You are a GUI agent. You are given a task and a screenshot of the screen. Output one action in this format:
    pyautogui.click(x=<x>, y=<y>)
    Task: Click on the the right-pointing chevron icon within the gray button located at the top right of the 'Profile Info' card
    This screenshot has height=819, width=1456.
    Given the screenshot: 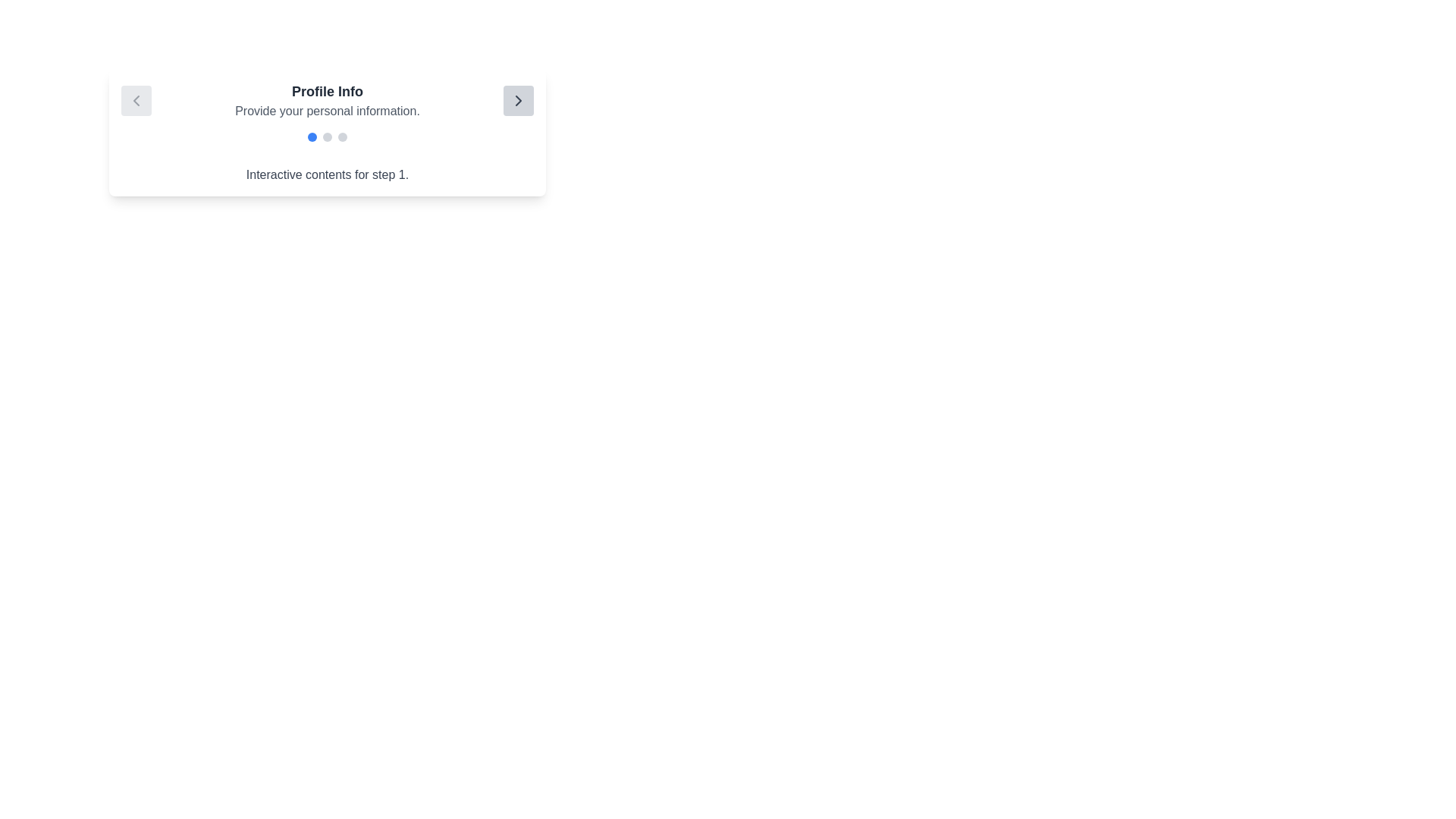 What is the action you would take?
    pyautogui.click(x=519, y=100)
    